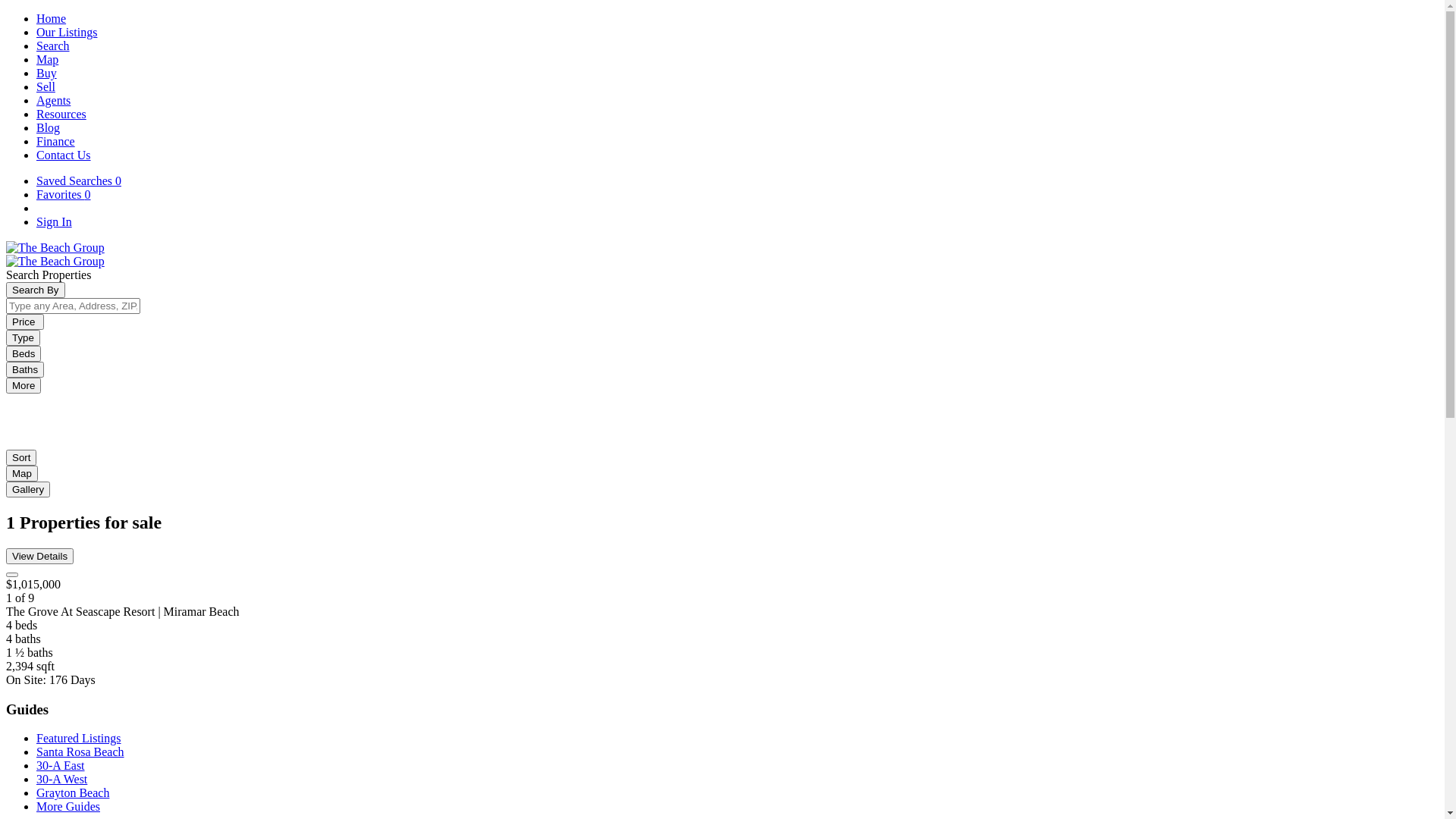 Image resolution: width=1456 pixels, height=819 pixels. What do you see at coordinates (39, 556) in the screenshot?
I see `'View Details'` at bounding box center [39, 556].